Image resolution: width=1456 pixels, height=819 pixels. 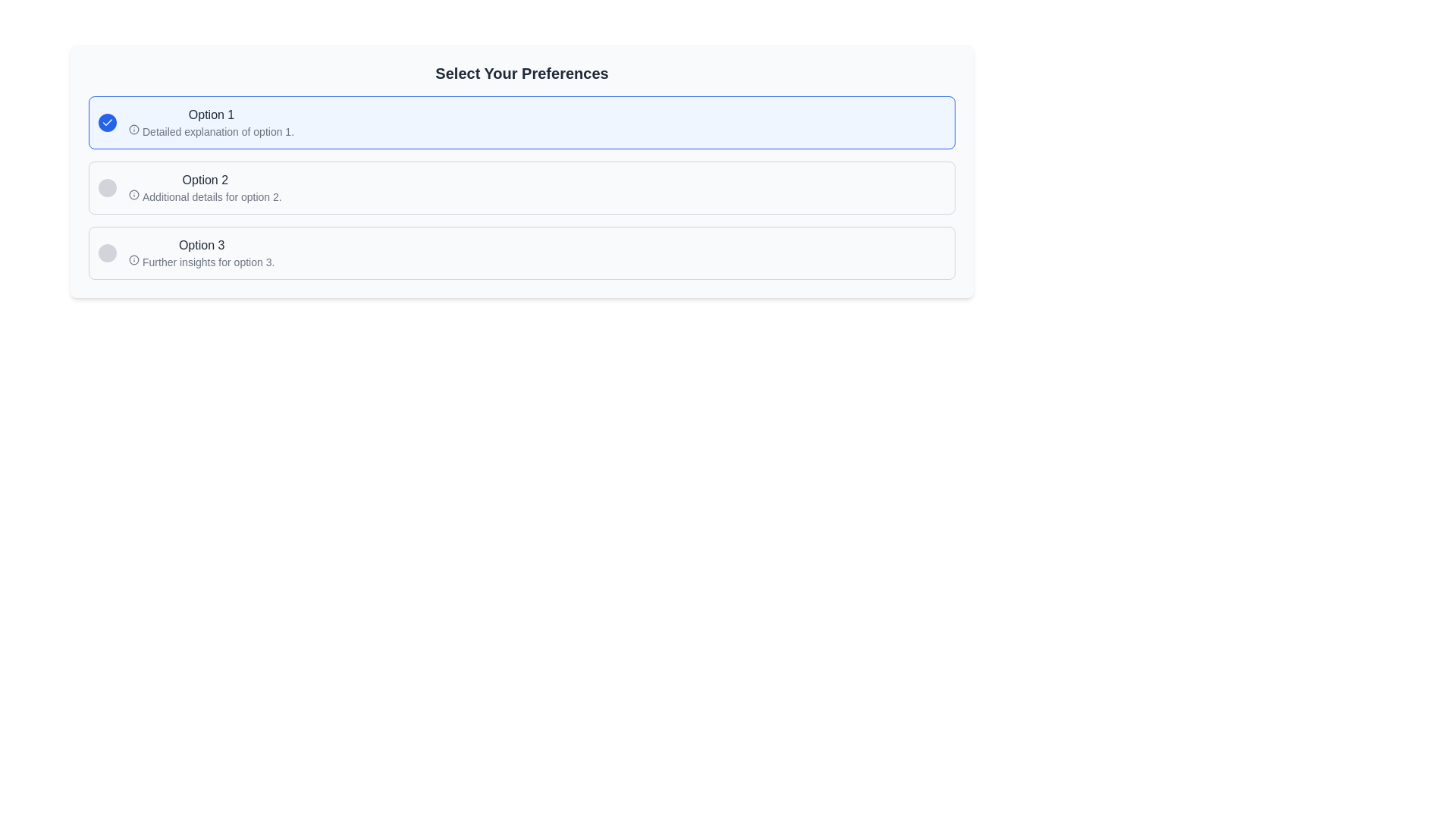 What do you see at coordinates (201, 253) in the screenshot?
I see `the informational icon next to 'Option 3'` at bounding box center [201, 253].